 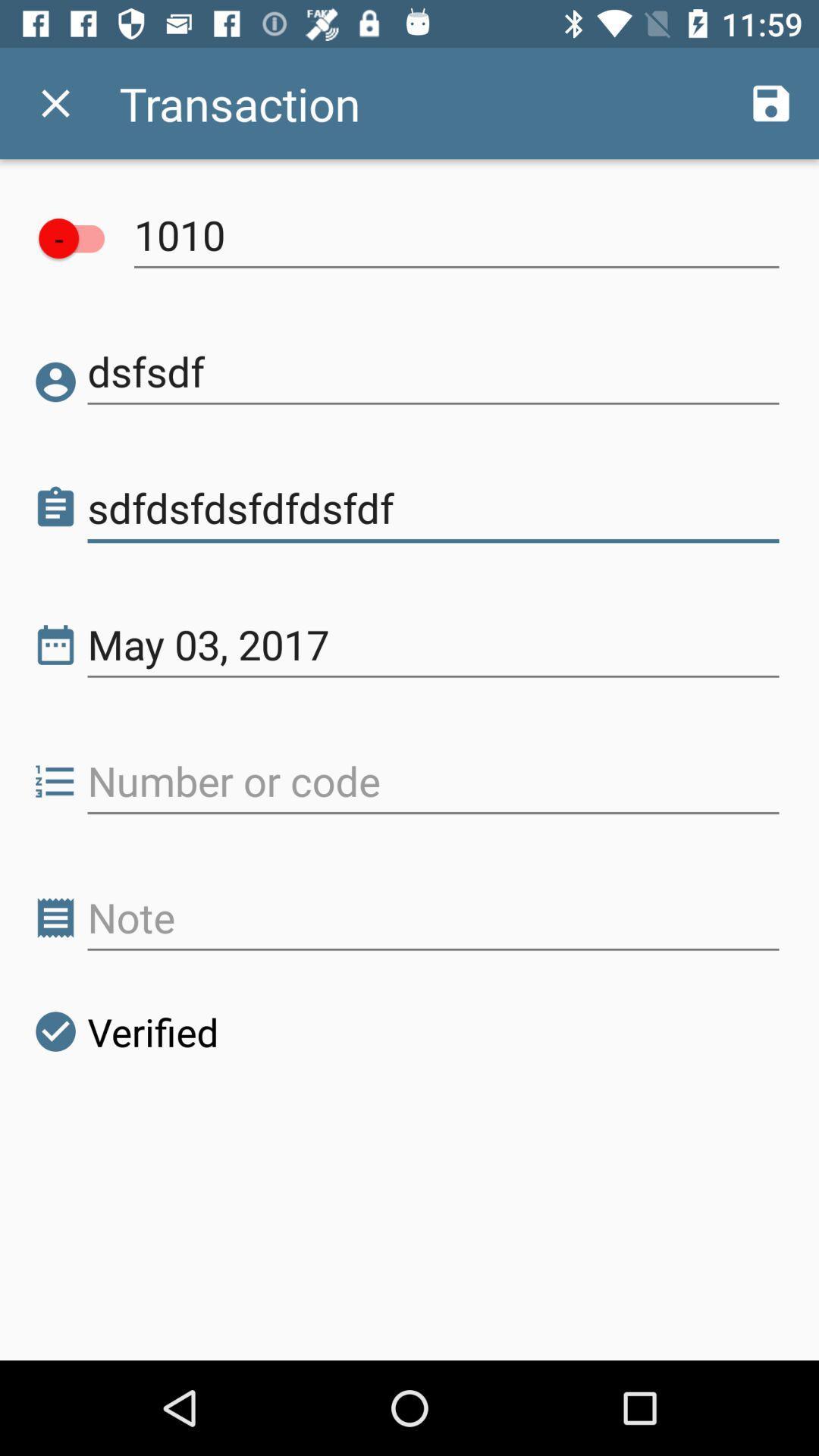 What do you see at coordinates (55, 508) in the screenshot?
I see `icon to the left of sdfdsfdsfdfdsfdf` at bounding box center [55, 508].